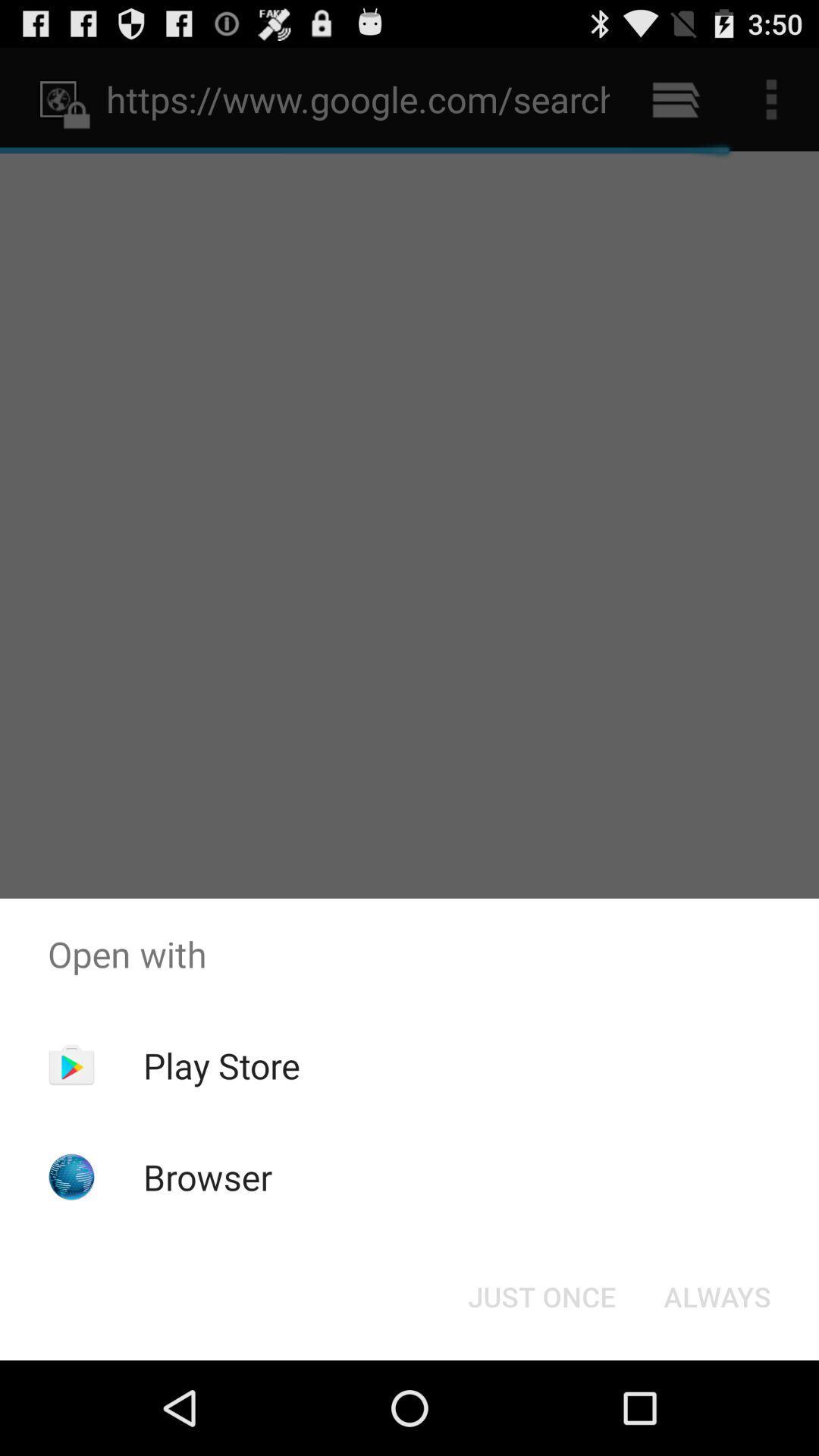  What do you see at coordinates (208, 1176) in the screenshot?
I see `the icon below the play store item` at bounding box center [208, 1176].